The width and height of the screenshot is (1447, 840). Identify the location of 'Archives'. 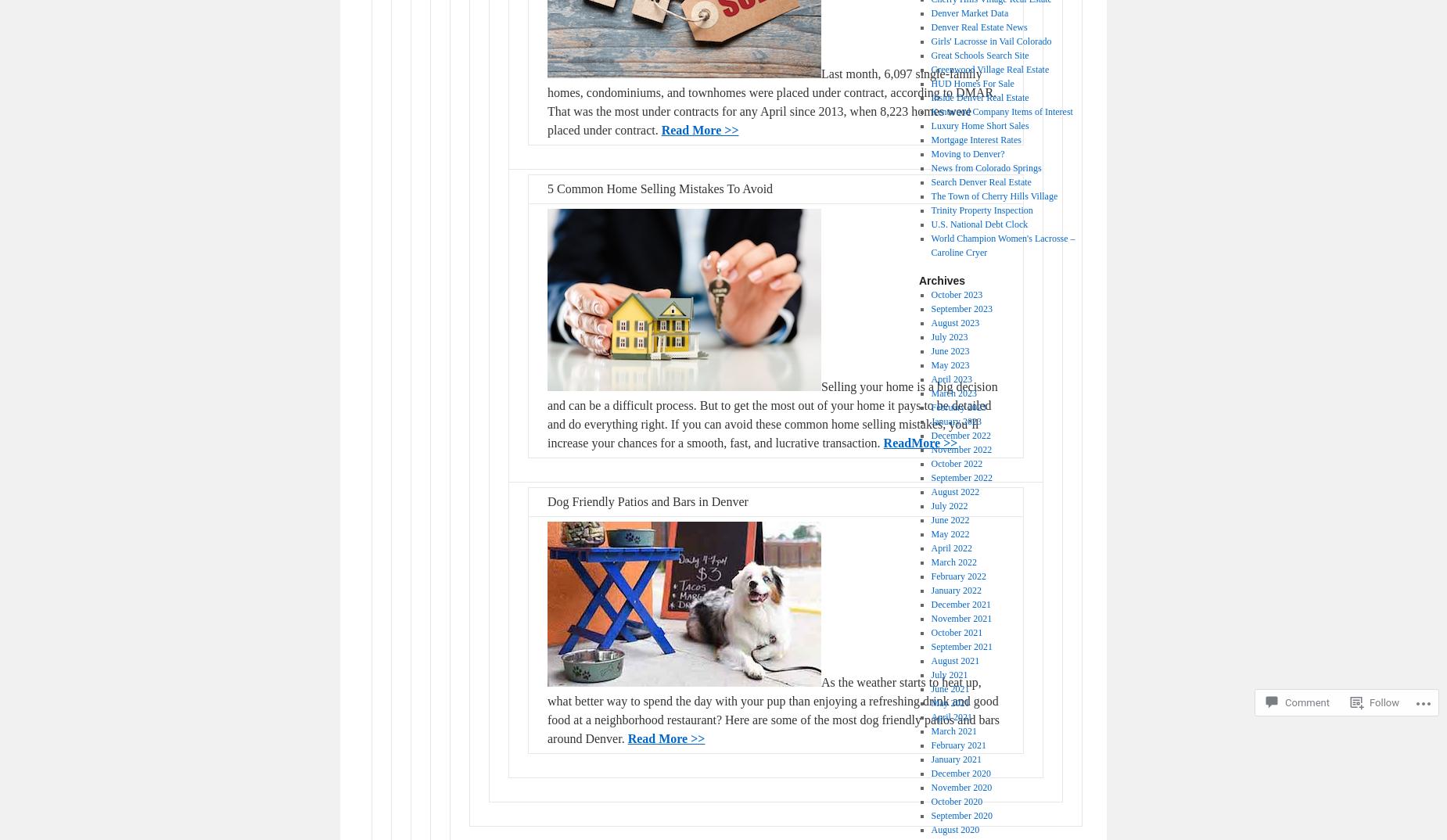
(941, 280).